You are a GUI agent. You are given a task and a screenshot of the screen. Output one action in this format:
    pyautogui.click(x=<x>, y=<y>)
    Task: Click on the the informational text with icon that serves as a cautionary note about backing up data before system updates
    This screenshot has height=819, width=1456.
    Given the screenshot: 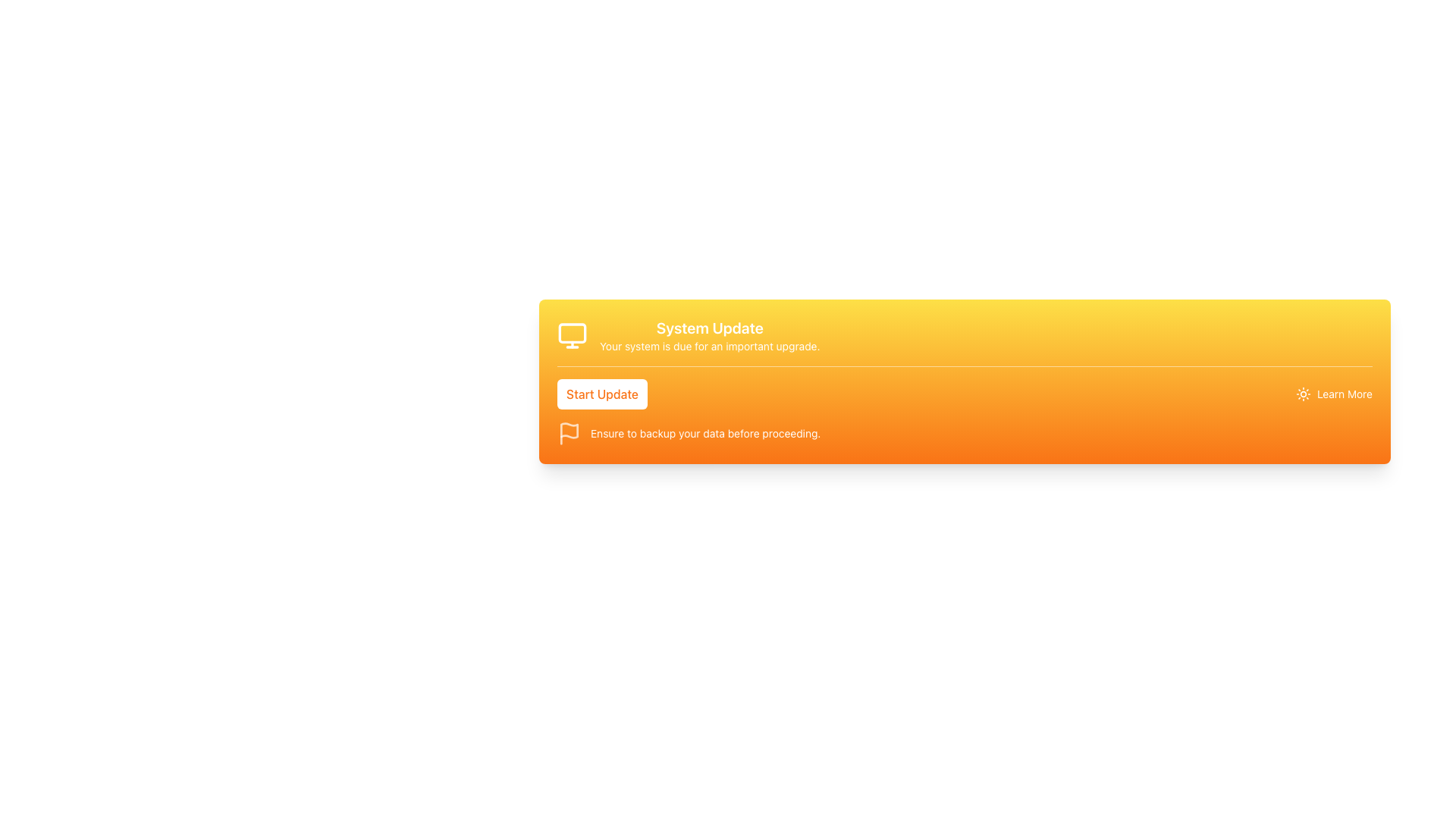 What is the action you would take?
    pyautogui.click(x=688, y=433)
    